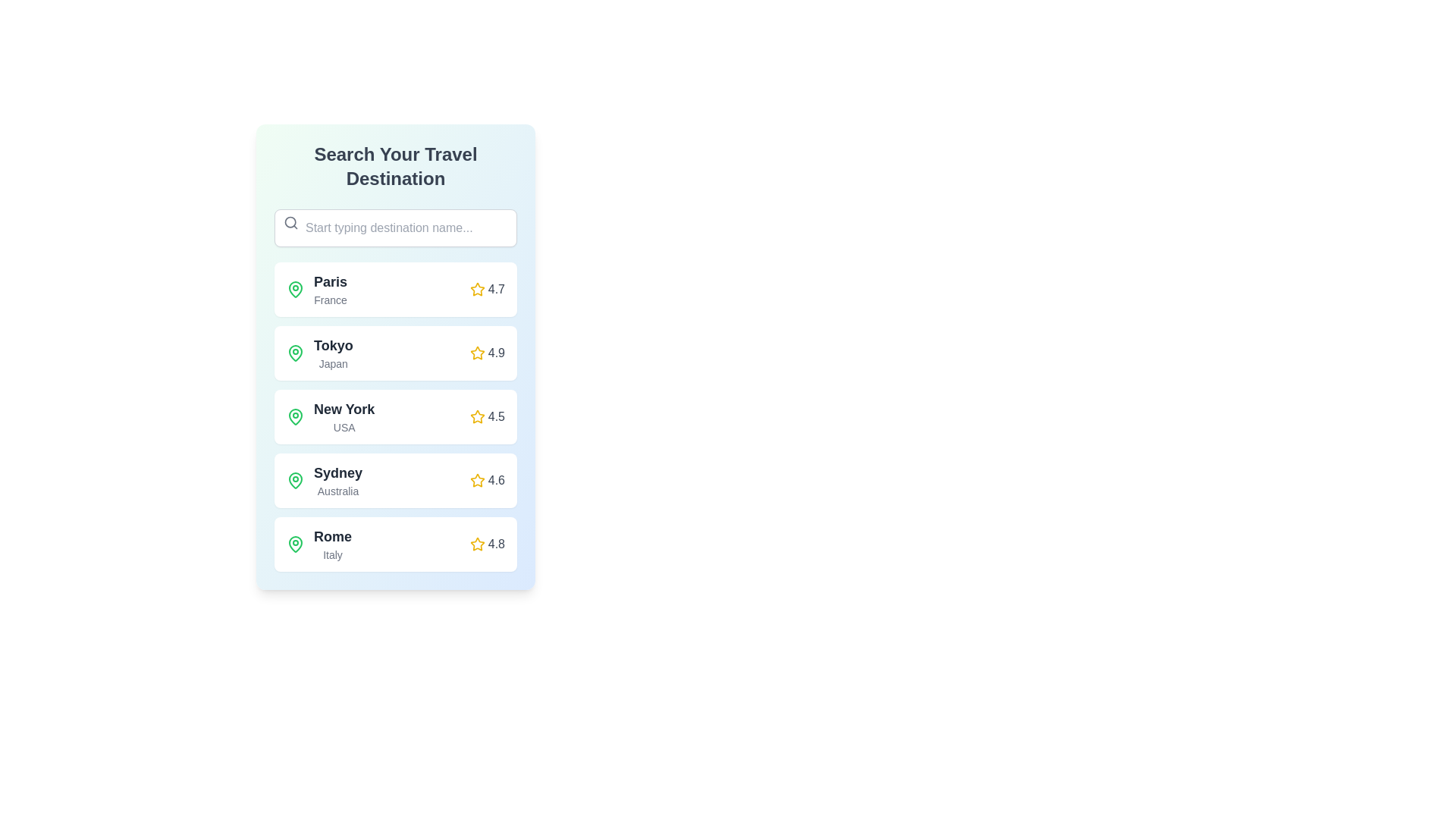 The image size is (1456, 819). Describe the element at coordinates (476, 480) in the screenshot. I see `the third star icon for the 'Sydney, Australia' destination` at that location.